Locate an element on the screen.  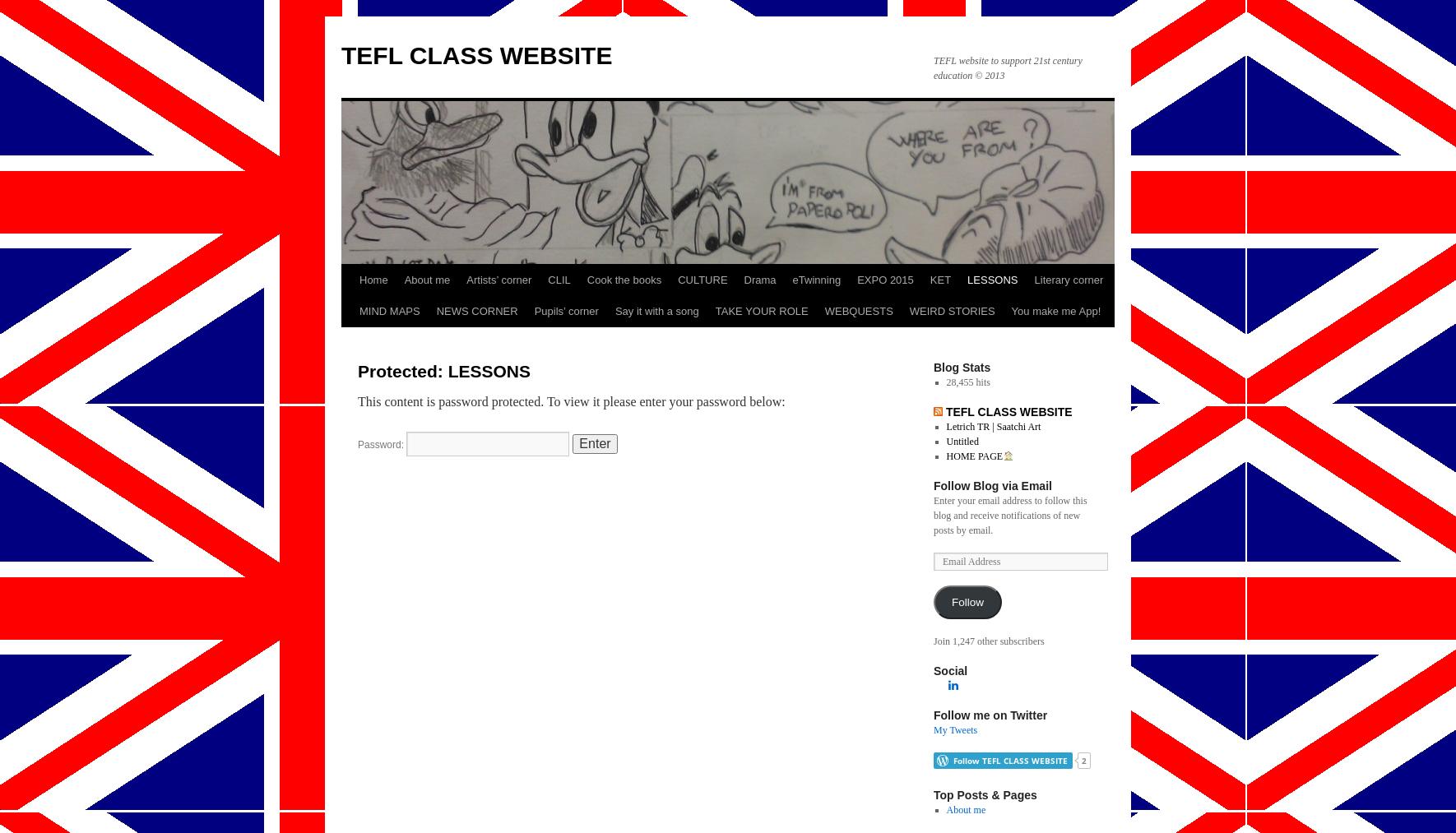
'About me' is located at coordinates (966, 810).